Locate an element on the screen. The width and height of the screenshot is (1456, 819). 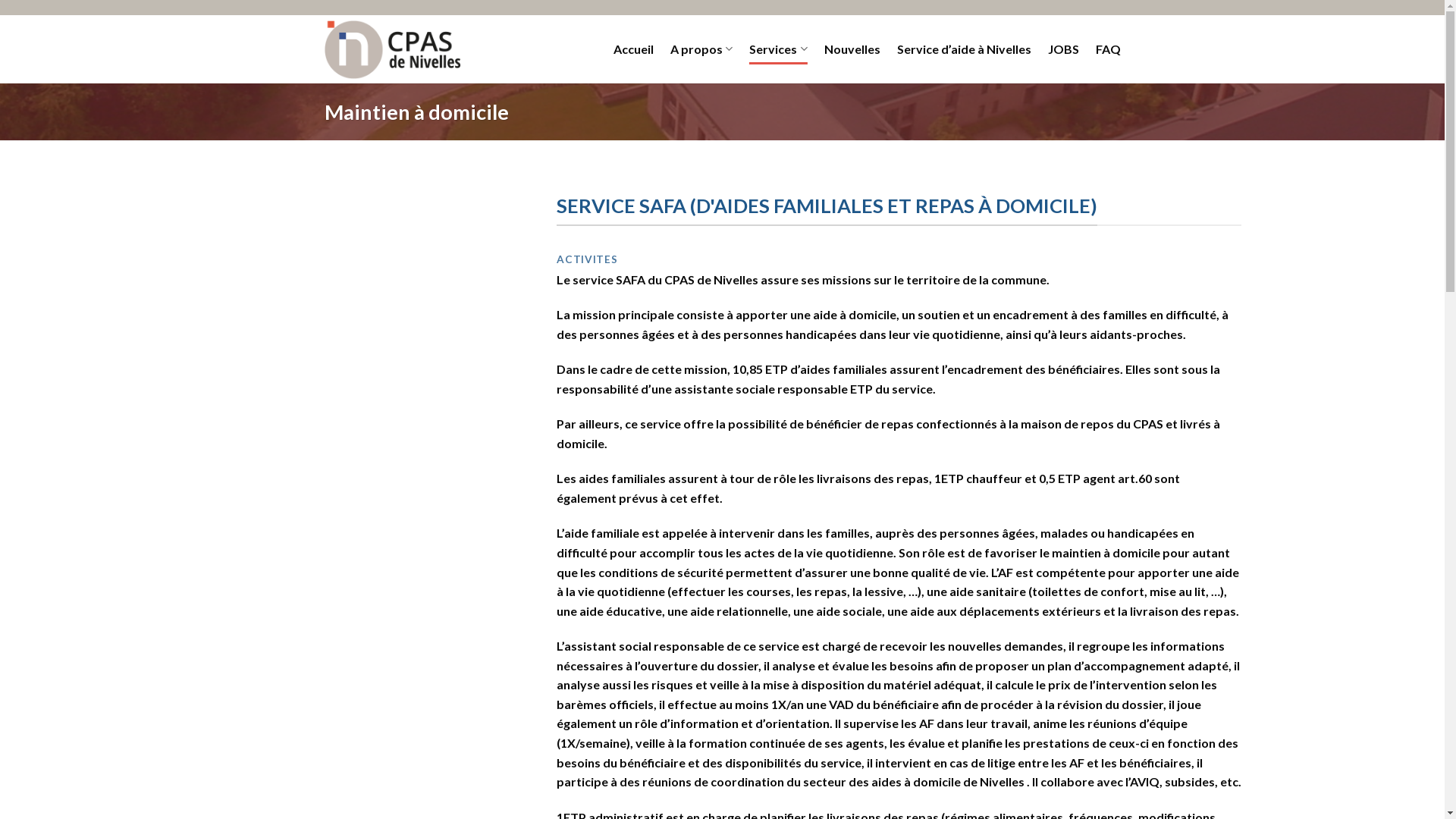
'A propos' is located at coordinates (701, 48).